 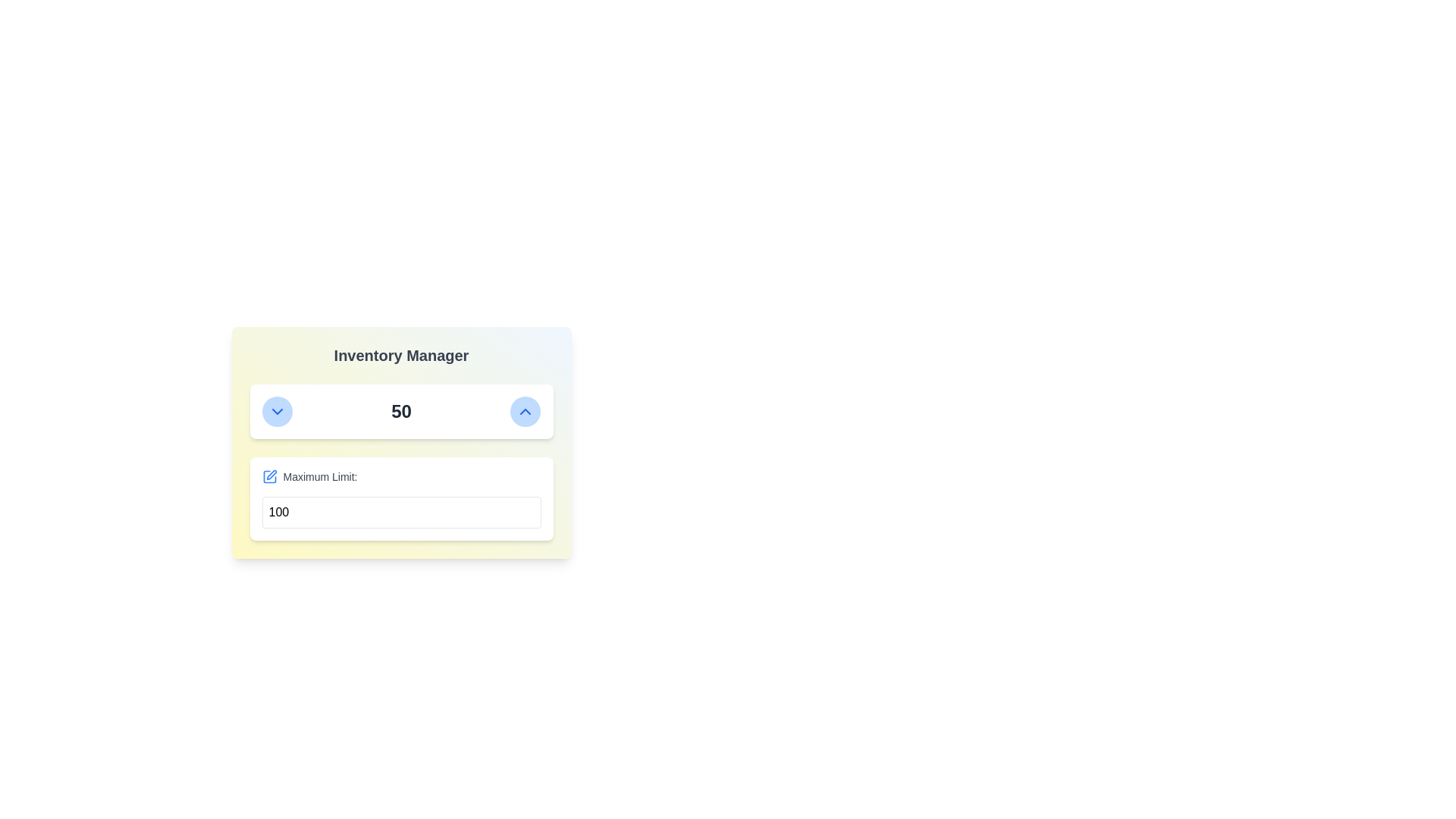 I want to click on the blue chevron-down icon button located on the right side of the row containing the number 50 in the 'Inventory Manager' card, so click(x=277, y=412).